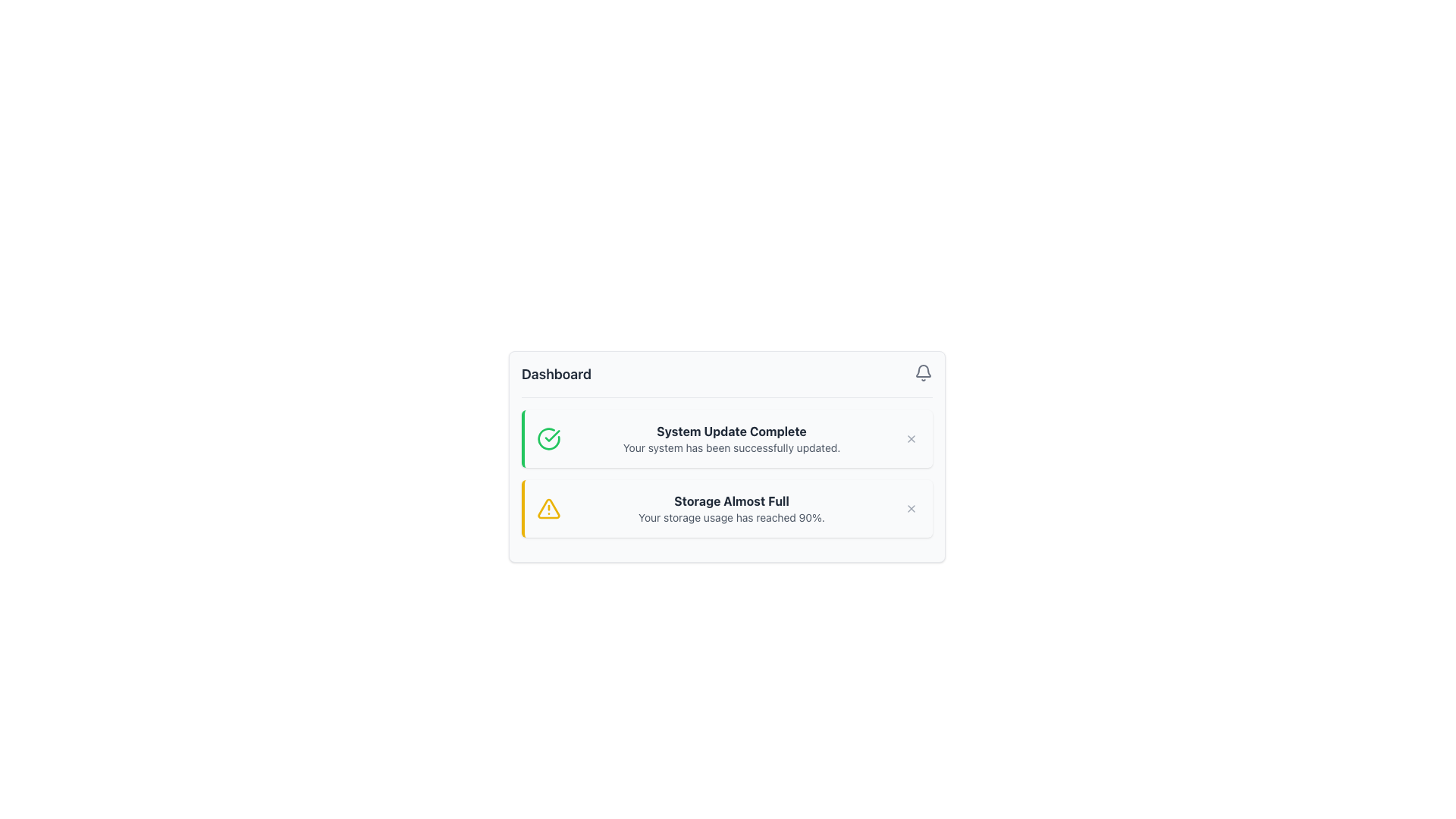 The image size is (1456, 819). Describe the element at coordinates (731, 509) in the screenshot. I see `the 'Storage Almost Full' text display which is centered in the interface and indicates high storage usage` at that location.